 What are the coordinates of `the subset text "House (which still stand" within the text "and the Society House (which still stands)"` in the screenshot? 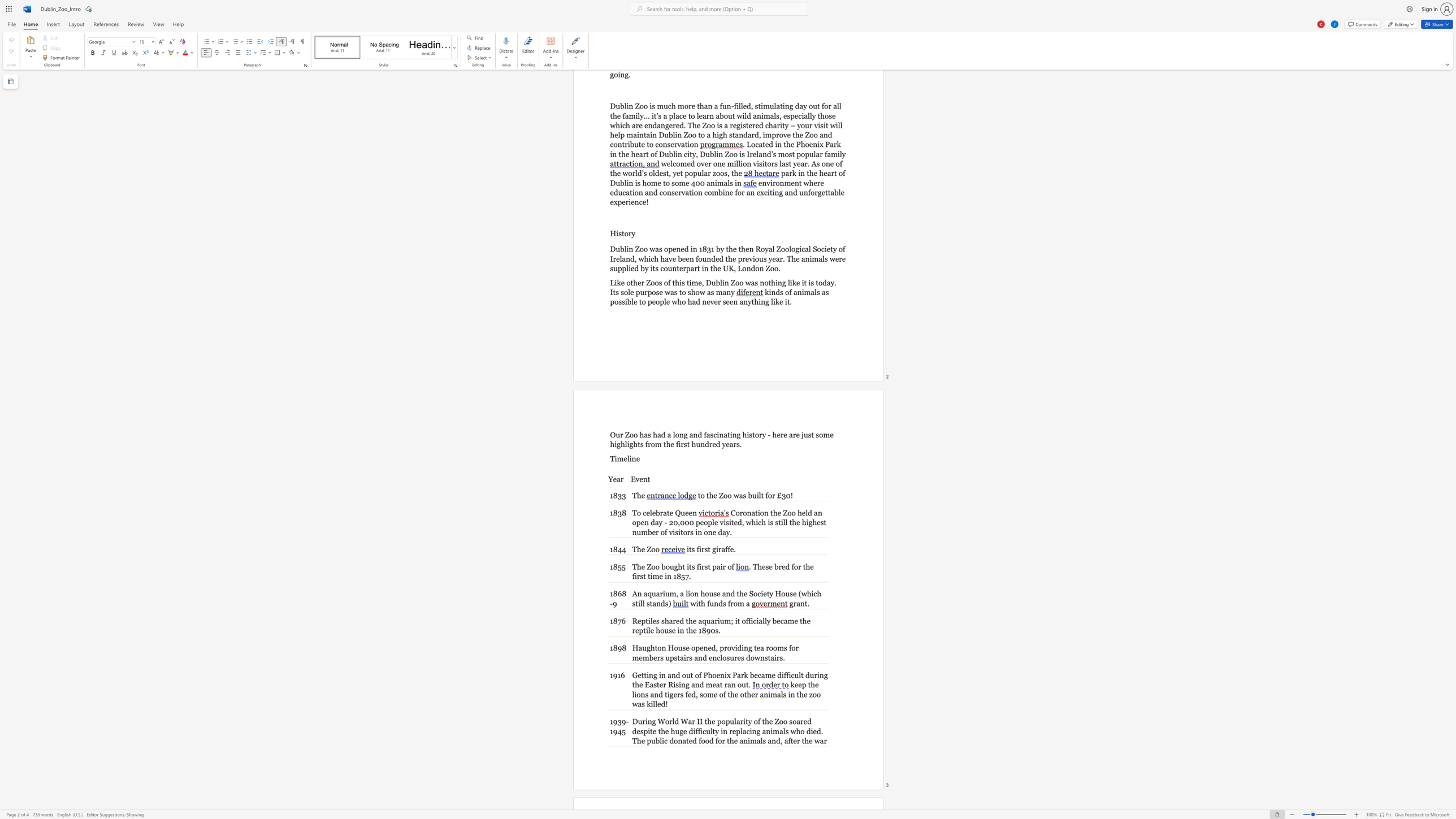 It's located at (775, 593).